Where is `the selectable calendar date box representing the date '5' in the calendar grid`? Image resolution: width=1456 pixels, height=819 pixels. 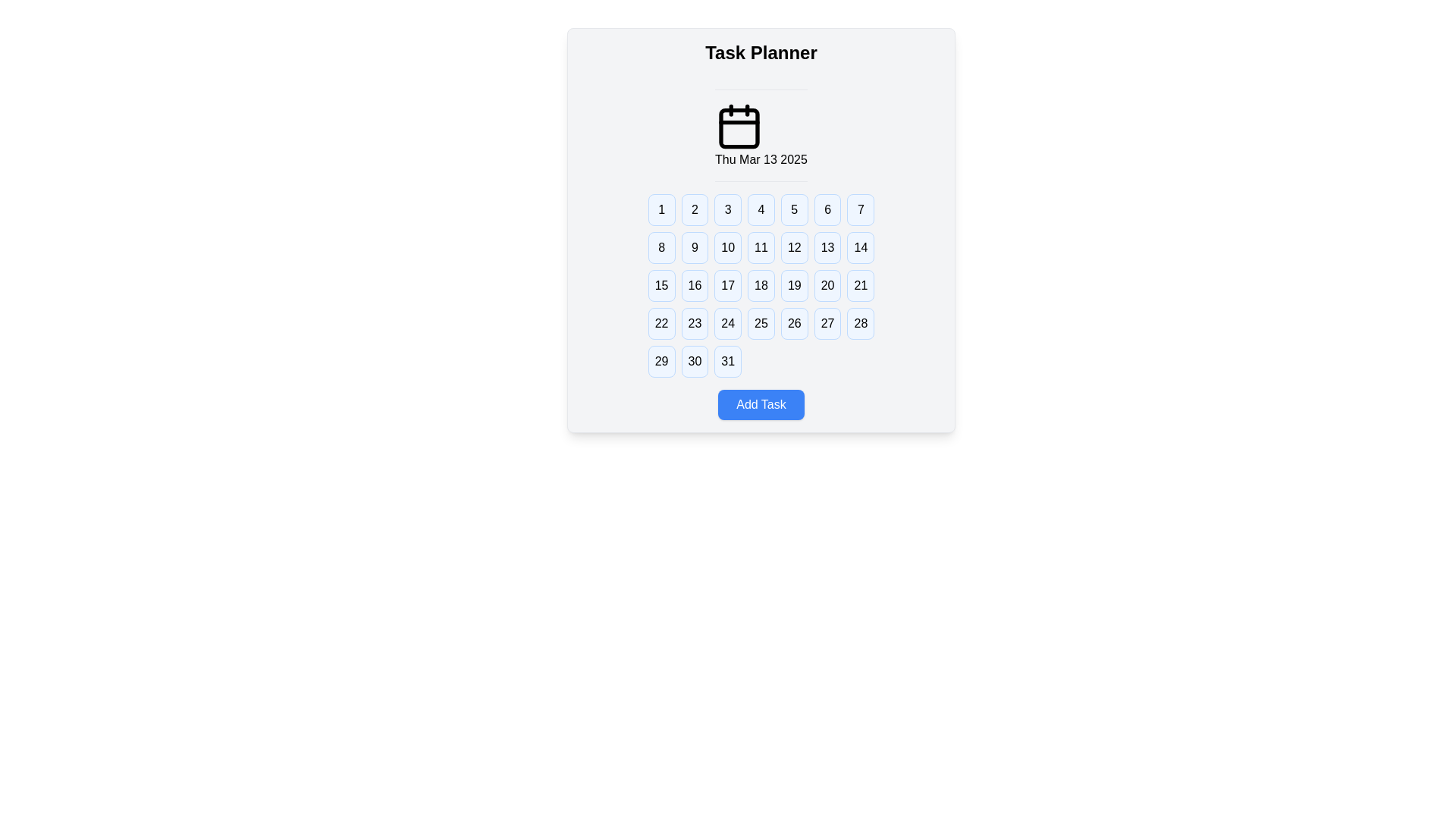
the selectable calendar date box representing the date '5' in the calendar grid is located at coordinates (793, 210).